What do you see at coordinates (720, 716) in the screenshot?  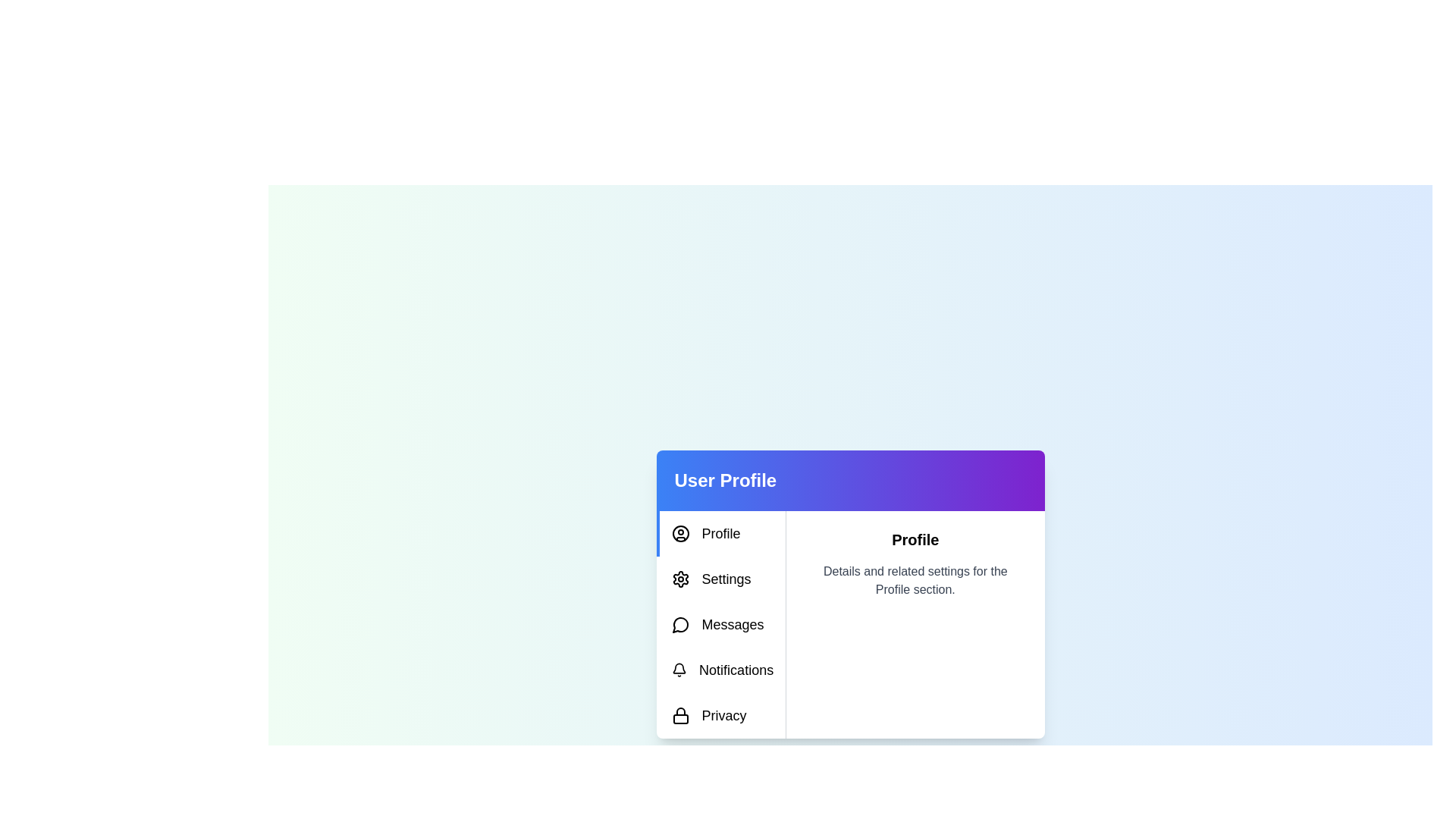 I see `the tab labeled 'Privacy' to display its content` at bounding box center [720, 716].